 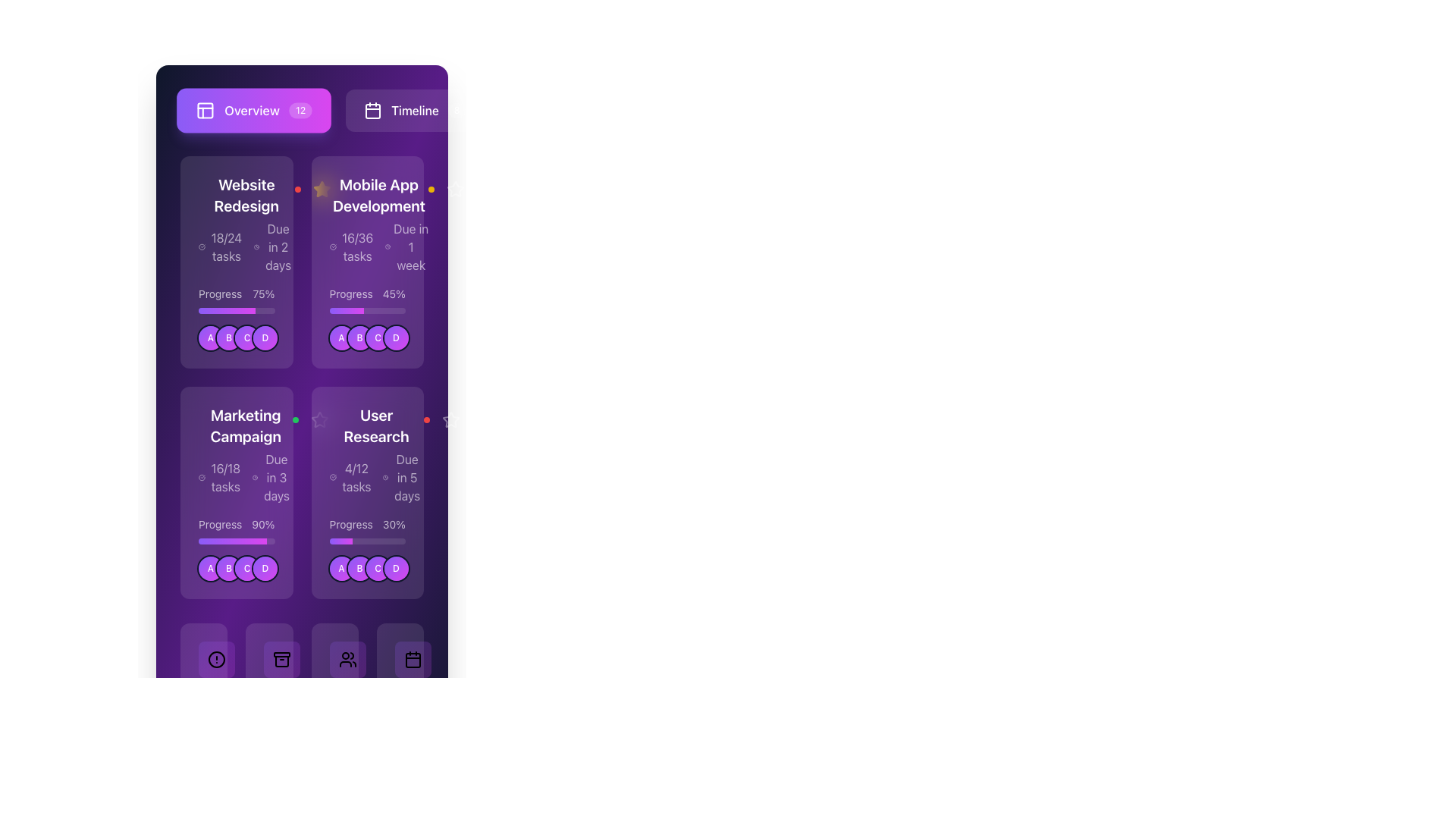 I want to click on the Decorative bar element, which is a small horizontal rectangle with rounded corners, located at the lower portion of the interface, second from the left among similar items, so click(x=282, y=654).